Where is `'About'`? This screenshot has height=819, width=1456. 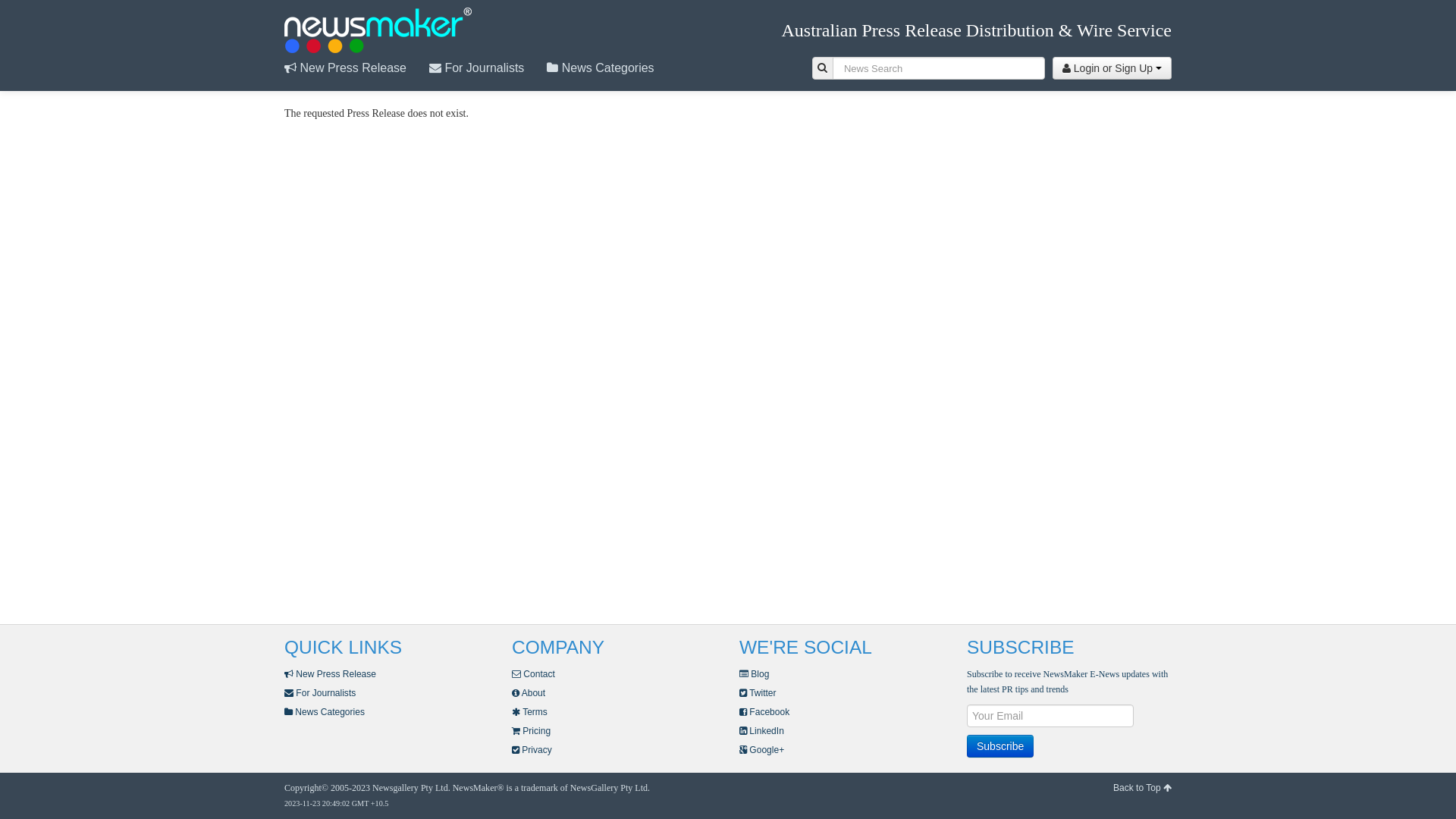 'About' is located at coordinates (528, 693).